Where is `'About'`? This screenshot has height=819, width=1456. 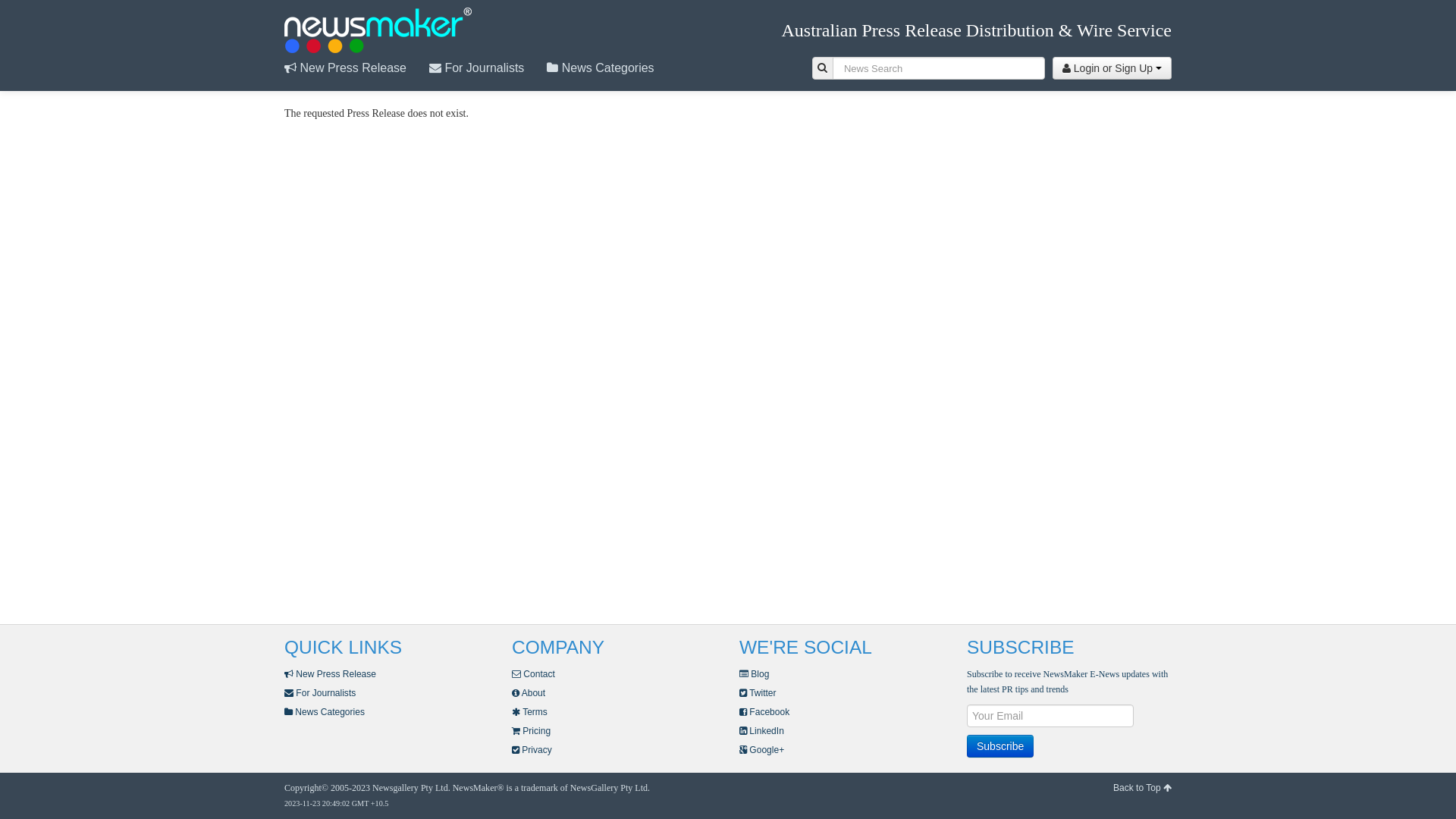 'About' is located at coordinates (528, 693).